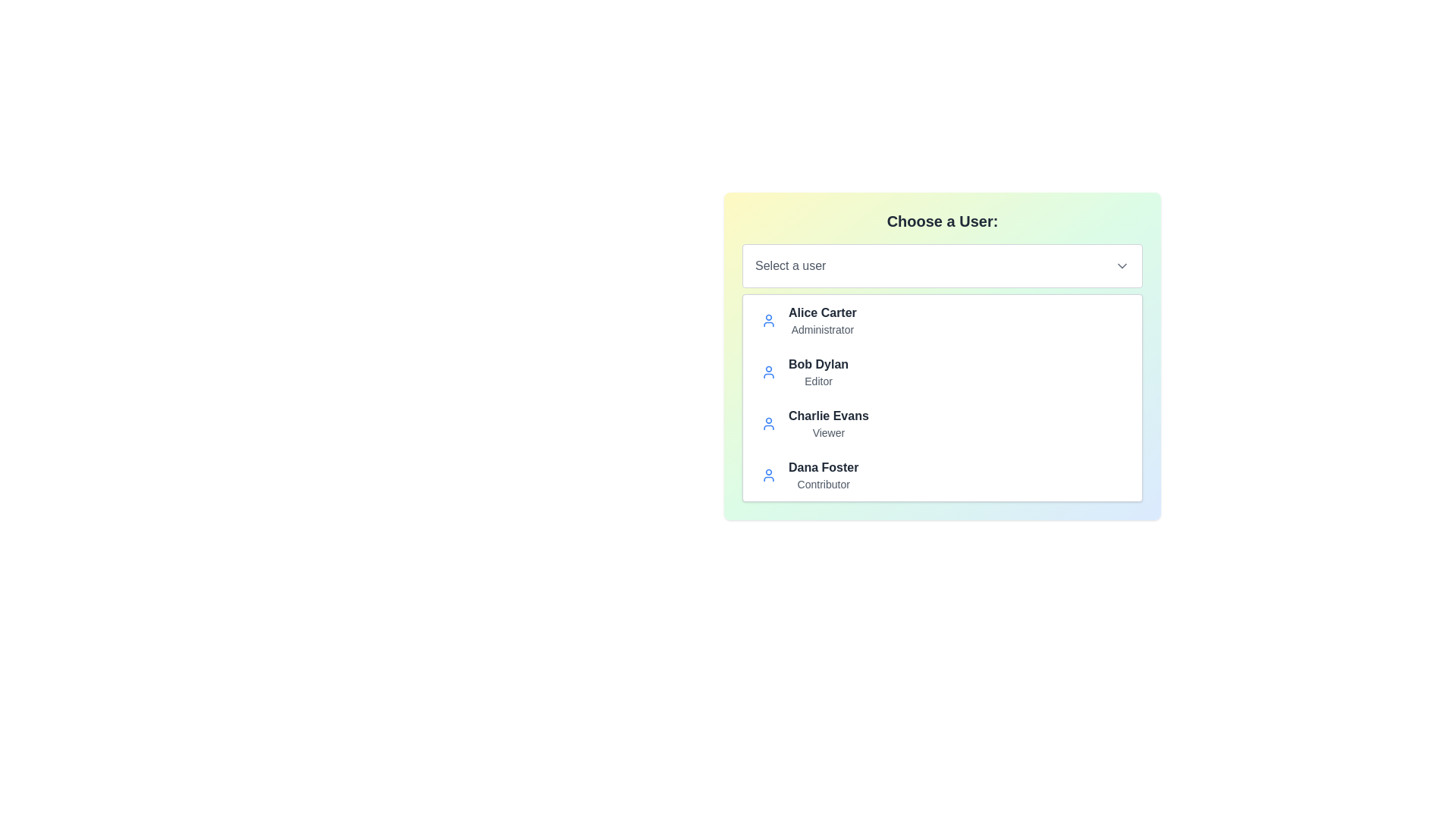  Describe the element at coordinates (821, 312) in the screenshot. I see `the text label displaying the name 'Alice Carter' which is the first entry in the 'Choose a User' dropdown list` at that location.